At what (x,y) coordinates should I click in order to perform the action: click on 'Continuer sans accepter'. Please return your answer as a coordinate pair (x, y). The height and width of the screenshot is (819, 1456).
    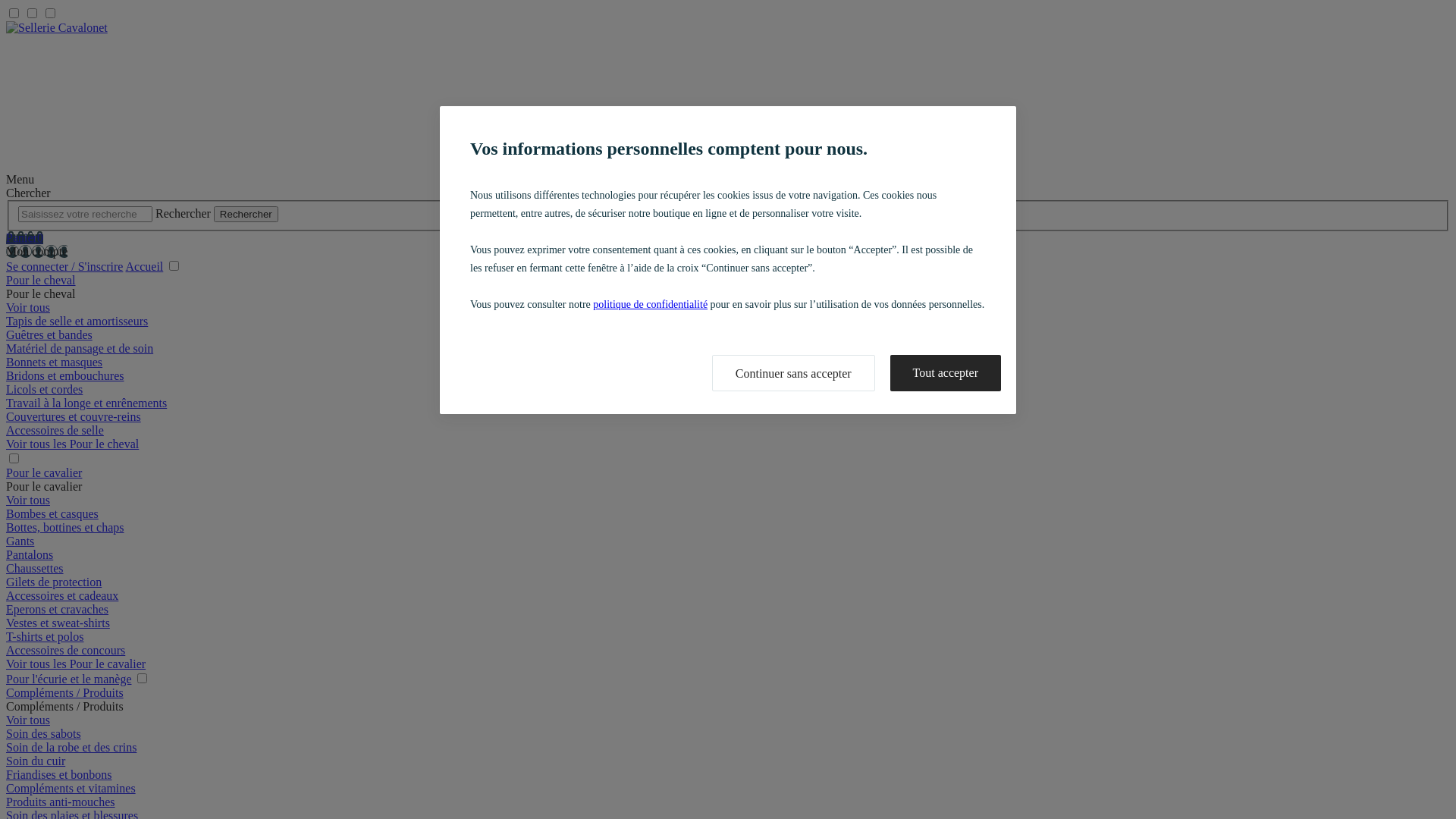
    Looking at the image, I should click on (711, 373).